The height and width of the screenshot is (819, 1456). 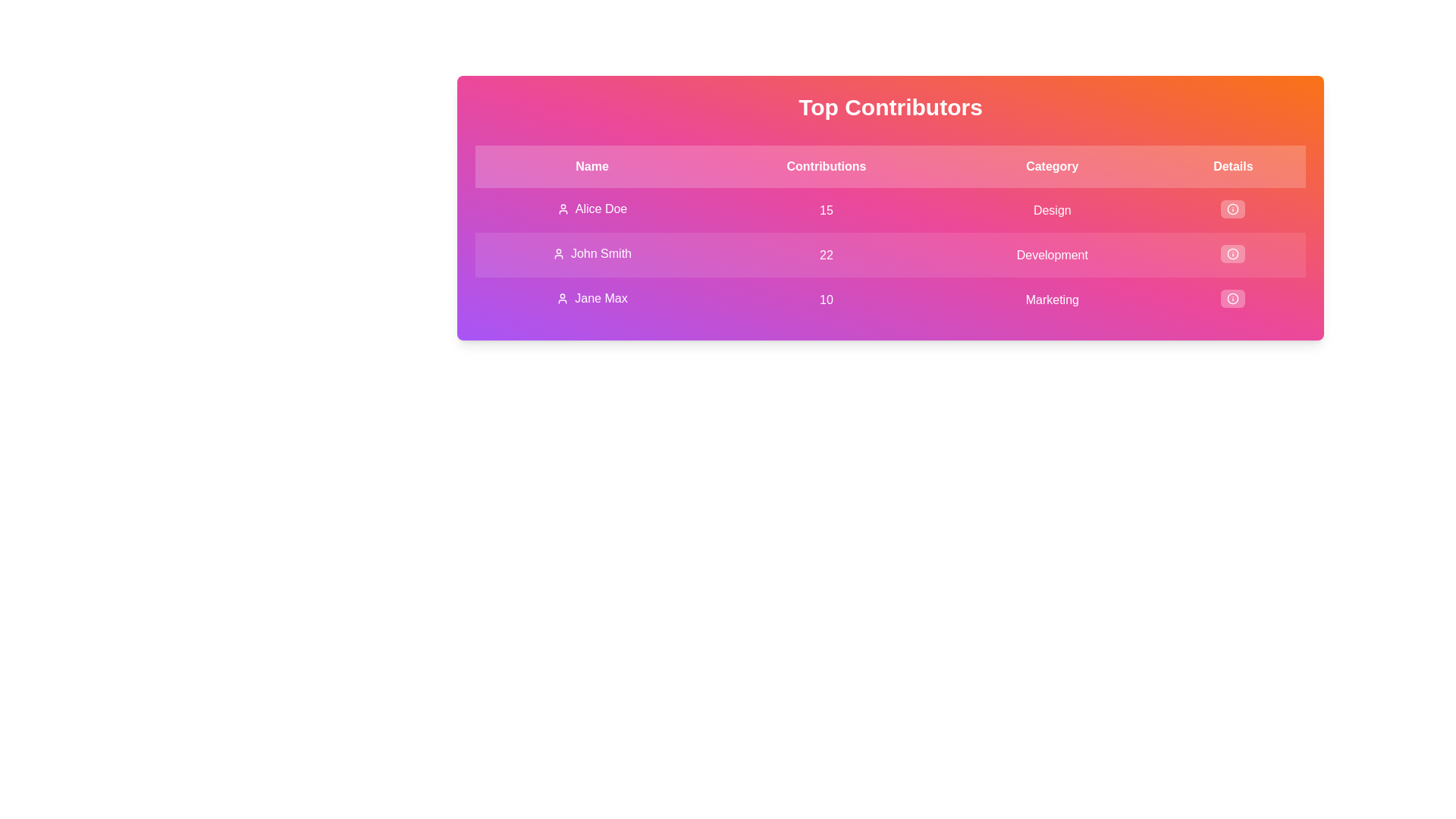 What do you see at coordinates (557, 253) in the screenshot?
I see `the user silhouette icon located to the left of the name 'John Smith' in the second row of the 'Top Contributors' table` at bounding box center [557, 253].